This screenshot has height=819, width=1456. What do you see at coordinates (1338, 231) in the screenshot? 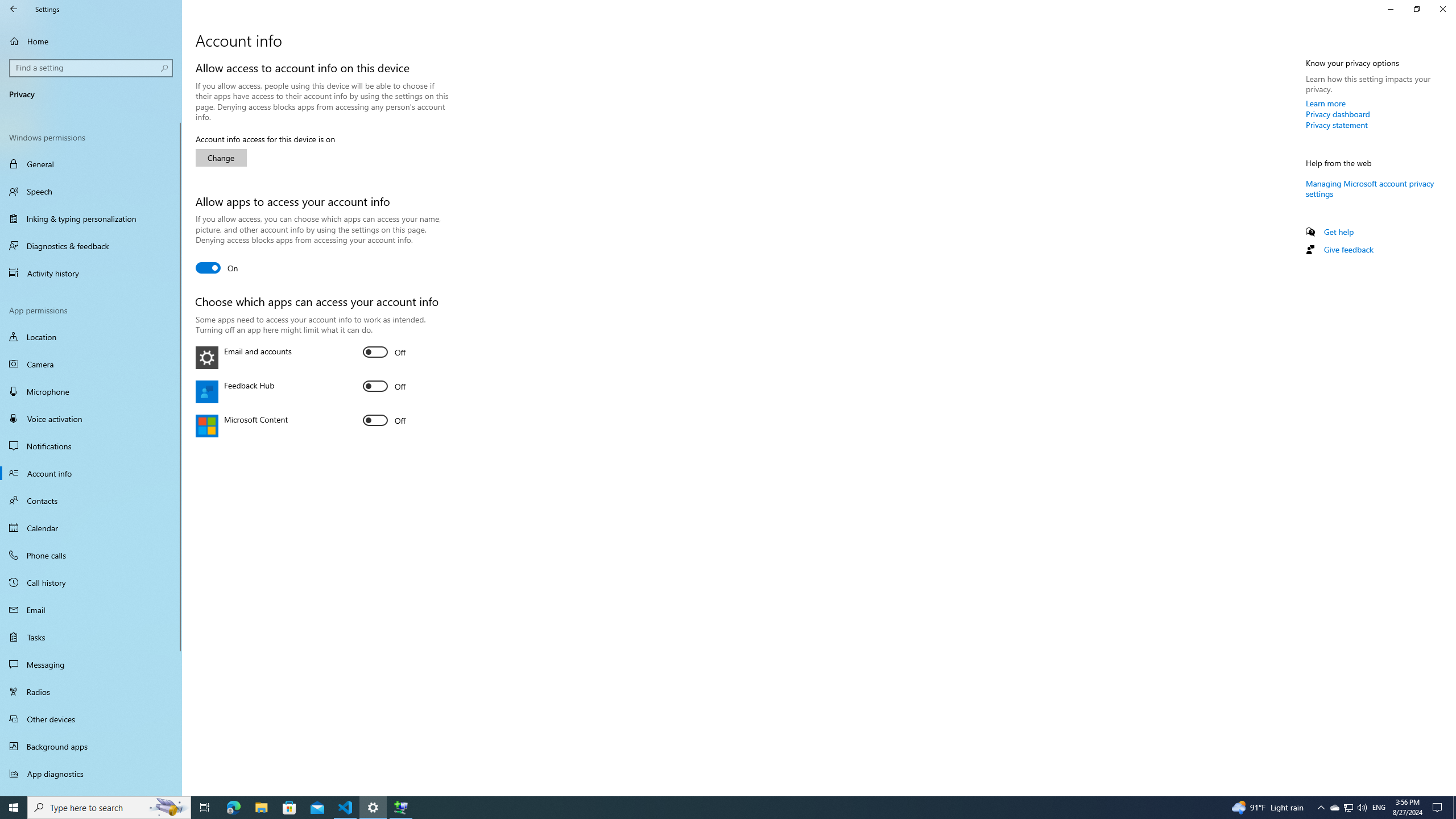
I see `'Get help'` at bounding box center [1338, 231].